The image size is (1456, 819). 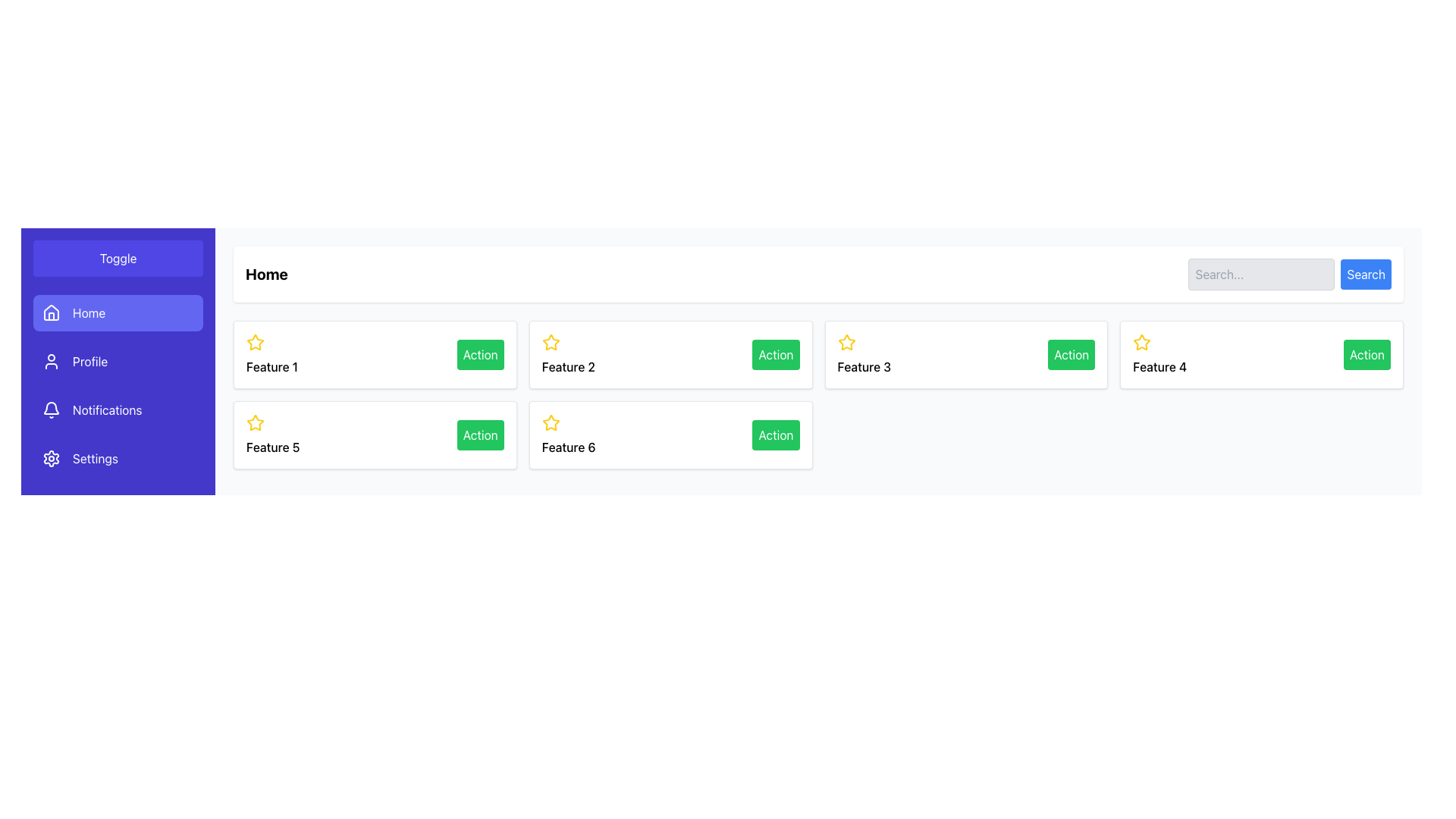 What do you see at coordinates (1071, 354) in the screenshot?
I see `the green button with white text labeled 'Action' located in the top-right corner of the 'Feature 3' card` at bounding box center [1071, 354].